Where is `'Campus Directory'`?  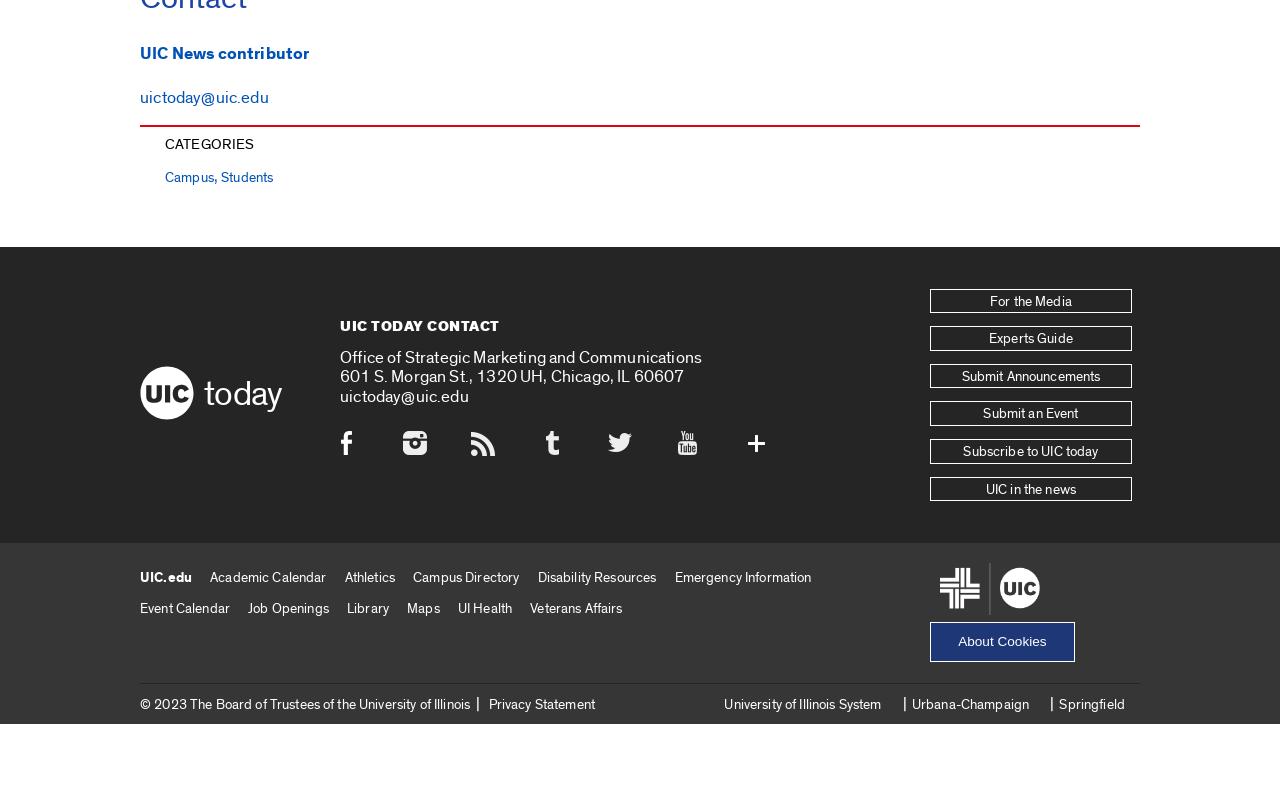
'Campus Directory' is located at coordinates (465, 576).